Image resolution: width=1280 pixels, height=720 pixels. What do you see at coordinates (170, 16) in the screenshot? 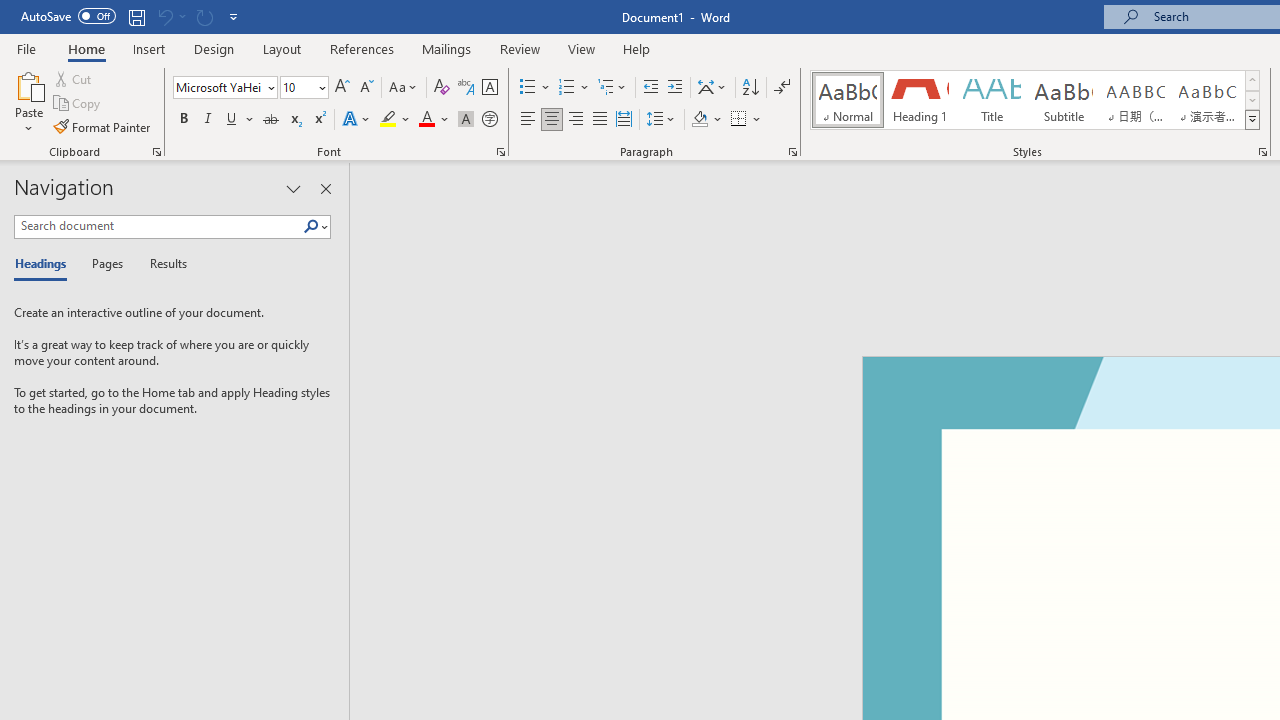
I see `'Can'` at bounding box center [170, 16].